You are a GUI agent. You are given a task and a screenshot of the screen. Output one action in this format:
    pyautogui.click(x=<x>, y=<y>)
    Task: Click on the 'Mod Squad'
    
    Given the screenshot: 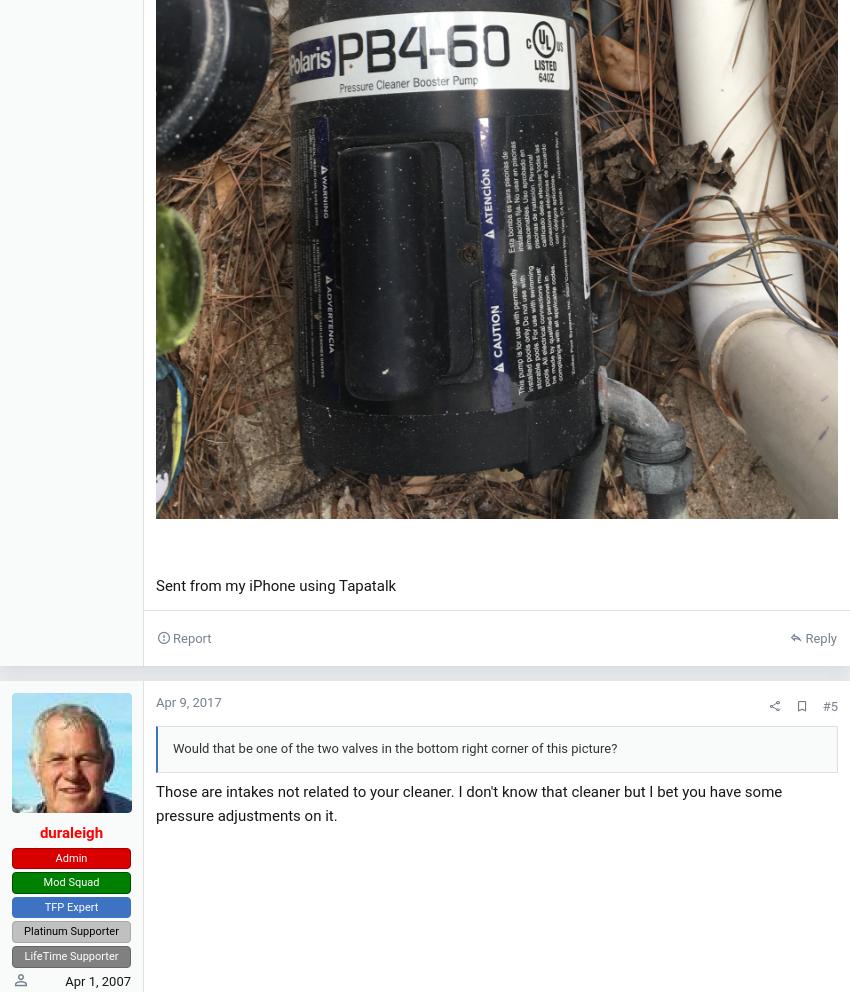 What is the action you would take?
    pyautogui.click(x=70, y=882)
    